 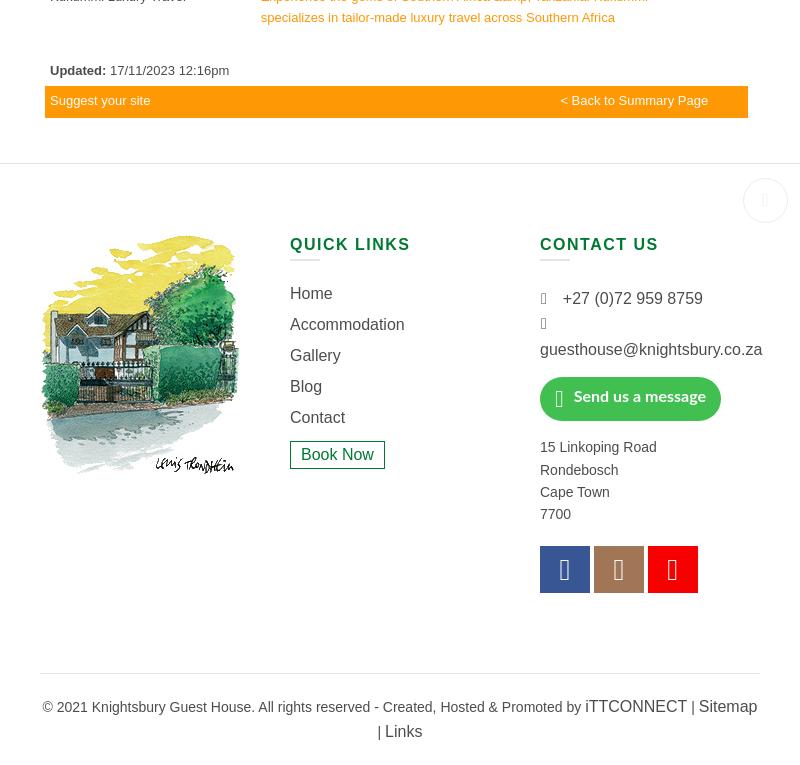 I want to click on 'guesthouse@knightsbury.co.za', so click(x=649, y=347).